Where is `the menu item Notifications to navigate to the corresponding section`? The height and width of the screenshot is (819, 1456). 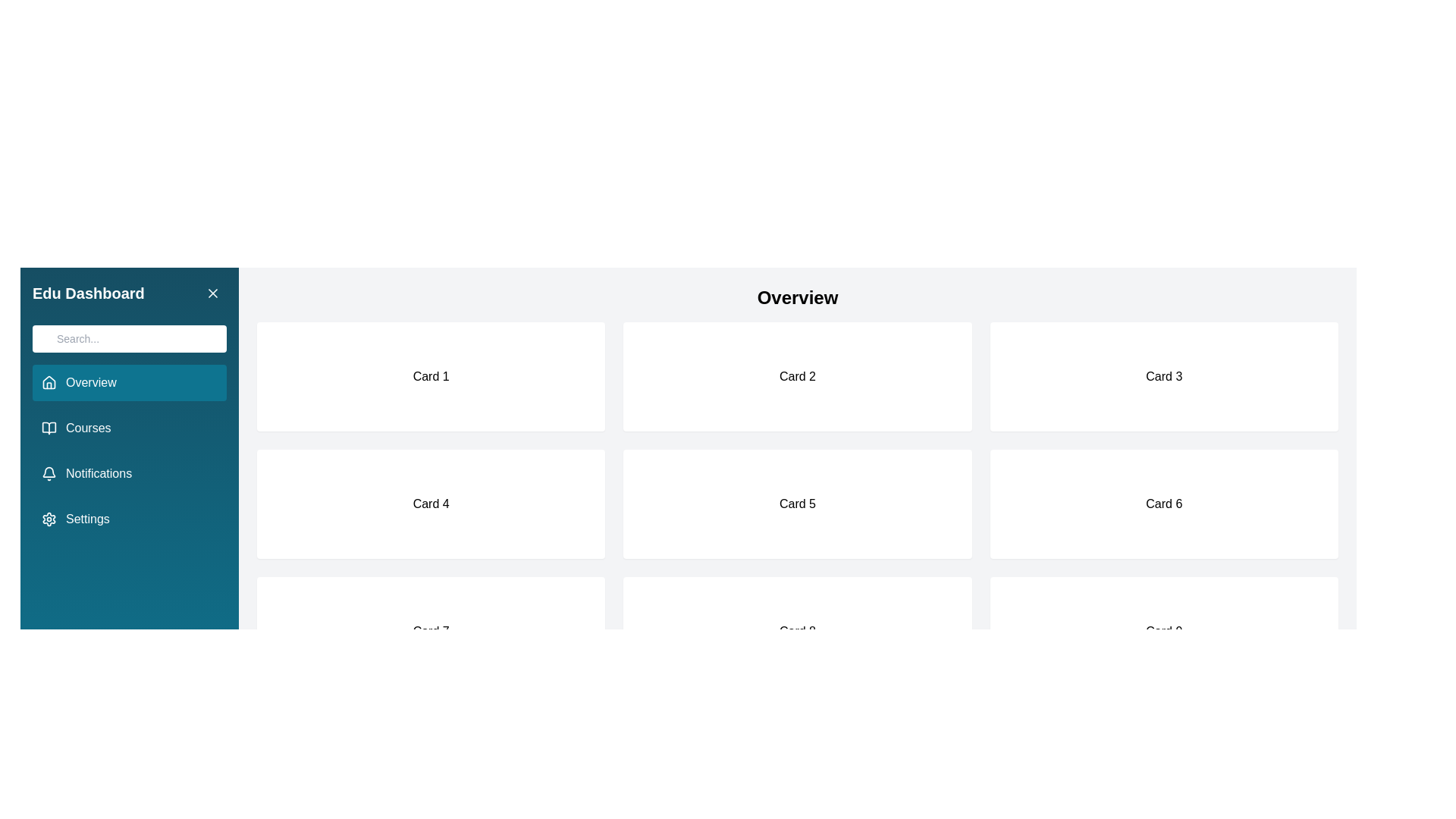
the menu item Notifications to navigate to the corresponding section is located at coordinates (130, 472).